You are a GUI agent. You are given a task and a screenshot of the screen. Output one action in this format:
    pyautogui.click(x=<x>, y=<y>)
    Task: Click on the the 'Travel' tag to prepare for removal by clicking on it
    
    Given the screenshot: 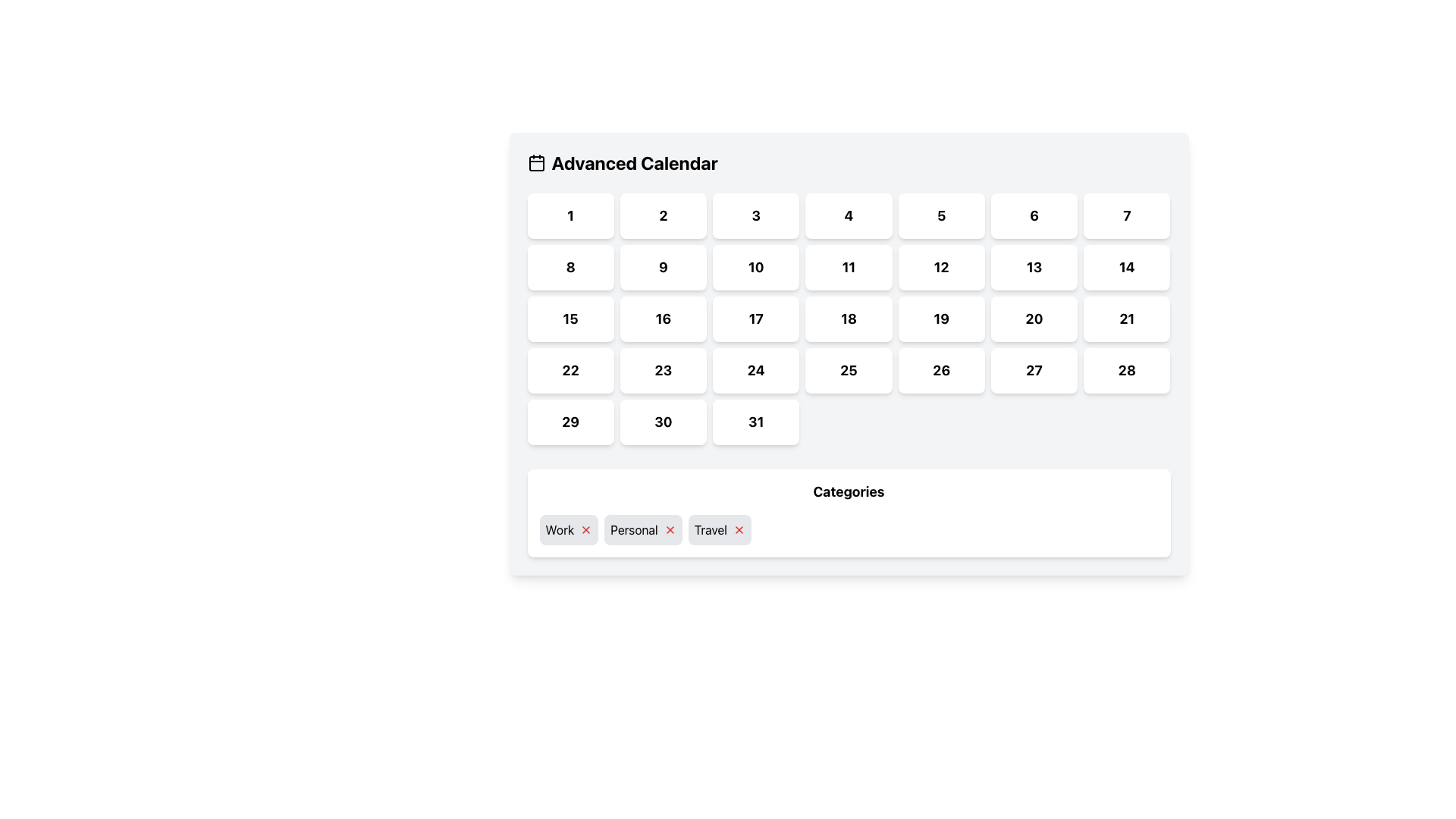 What is the action you would take?
    pyautogui.click(x=719, y=529)
    